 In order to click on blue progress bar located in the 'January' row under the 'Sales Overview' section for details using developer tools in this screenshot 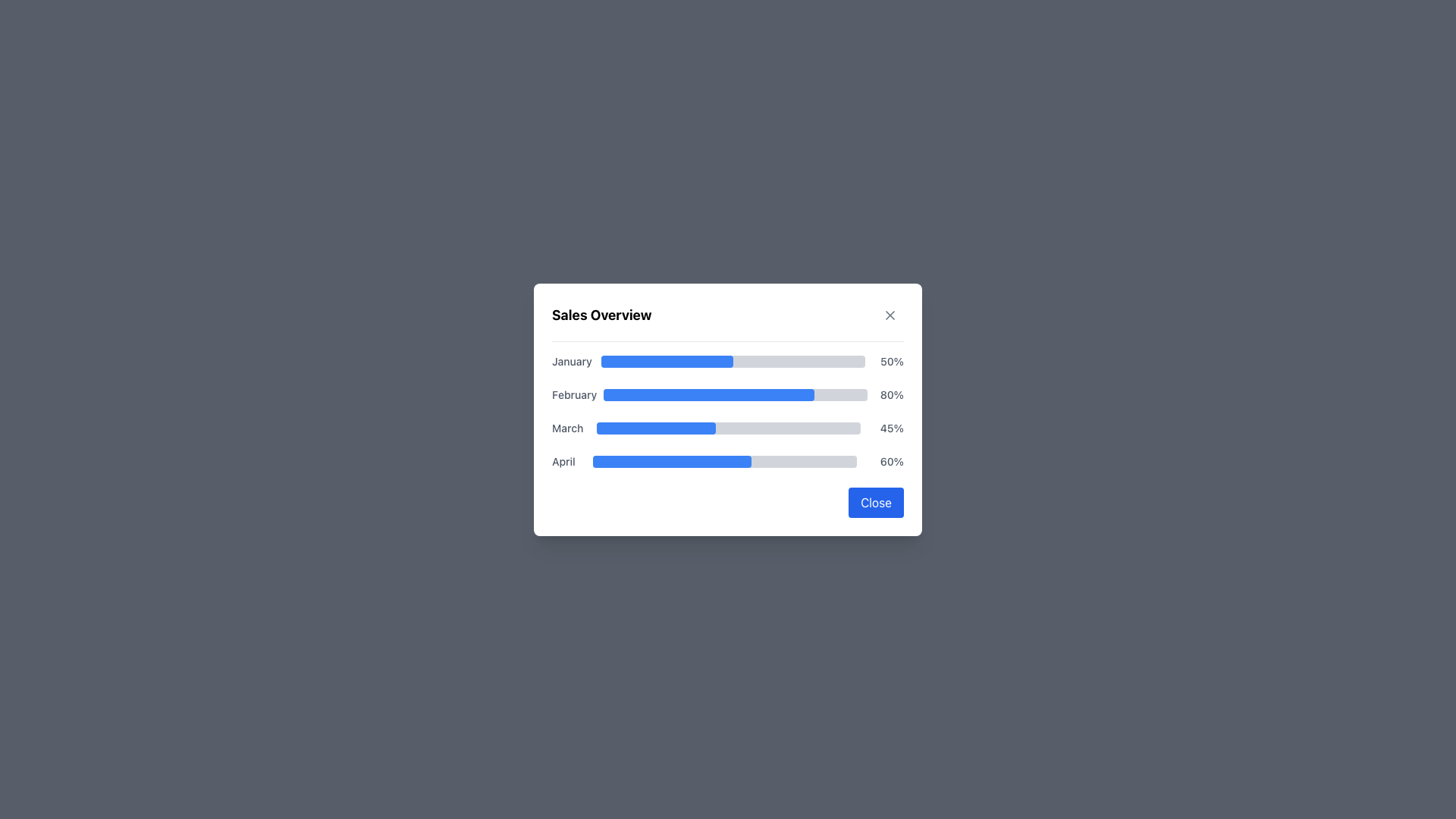, I will do `click(667, 361)`.